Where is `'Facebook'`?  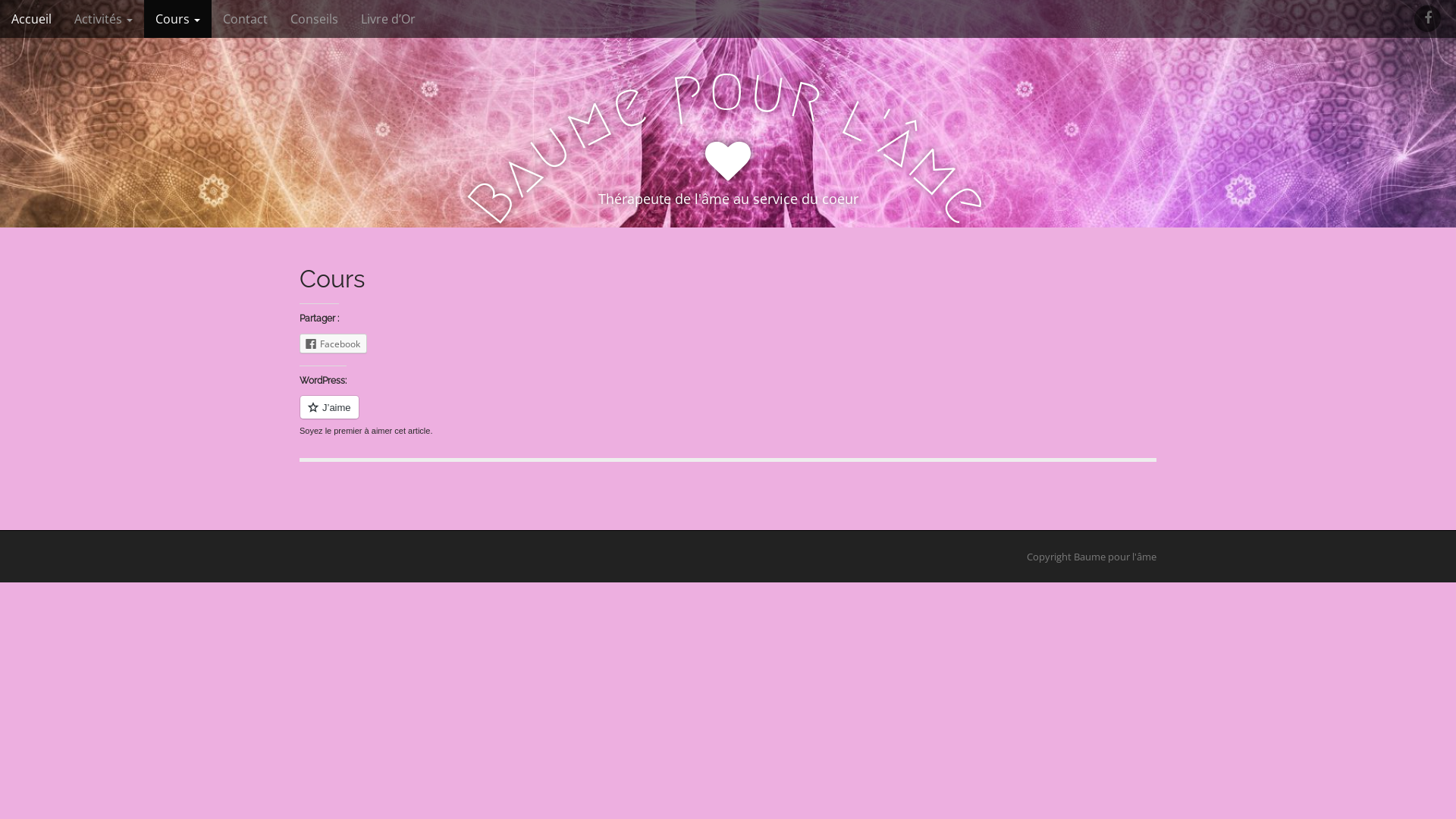 'Facebook' is located at coordinates (332, 343).